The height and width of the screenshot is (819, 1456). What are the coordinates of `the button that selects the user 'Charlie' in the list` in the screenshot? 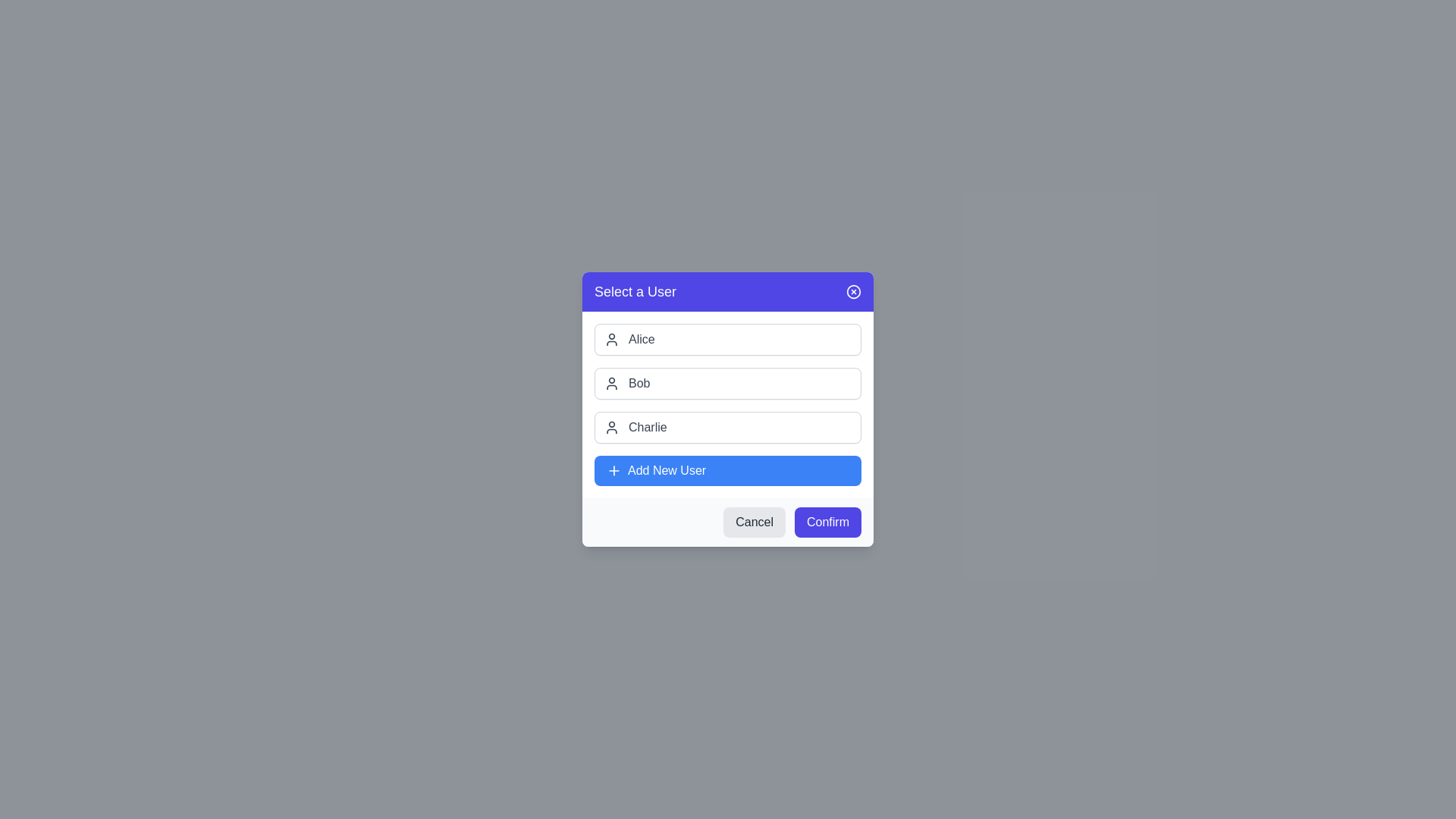 It's located at (728, 427).